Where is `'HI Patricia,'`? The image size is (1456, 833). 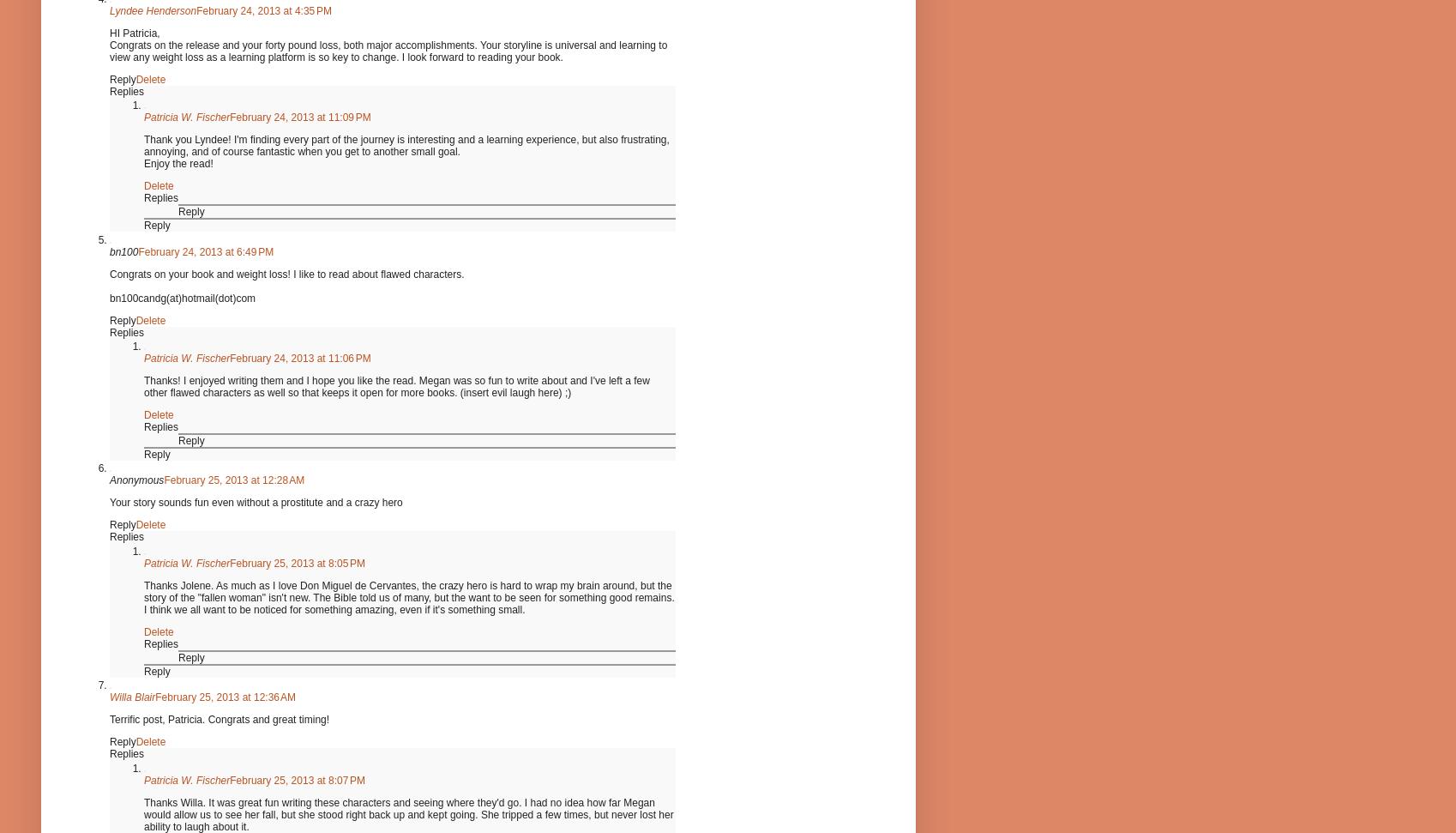
'HI Patricia,' is located at coordinates (134, 32).